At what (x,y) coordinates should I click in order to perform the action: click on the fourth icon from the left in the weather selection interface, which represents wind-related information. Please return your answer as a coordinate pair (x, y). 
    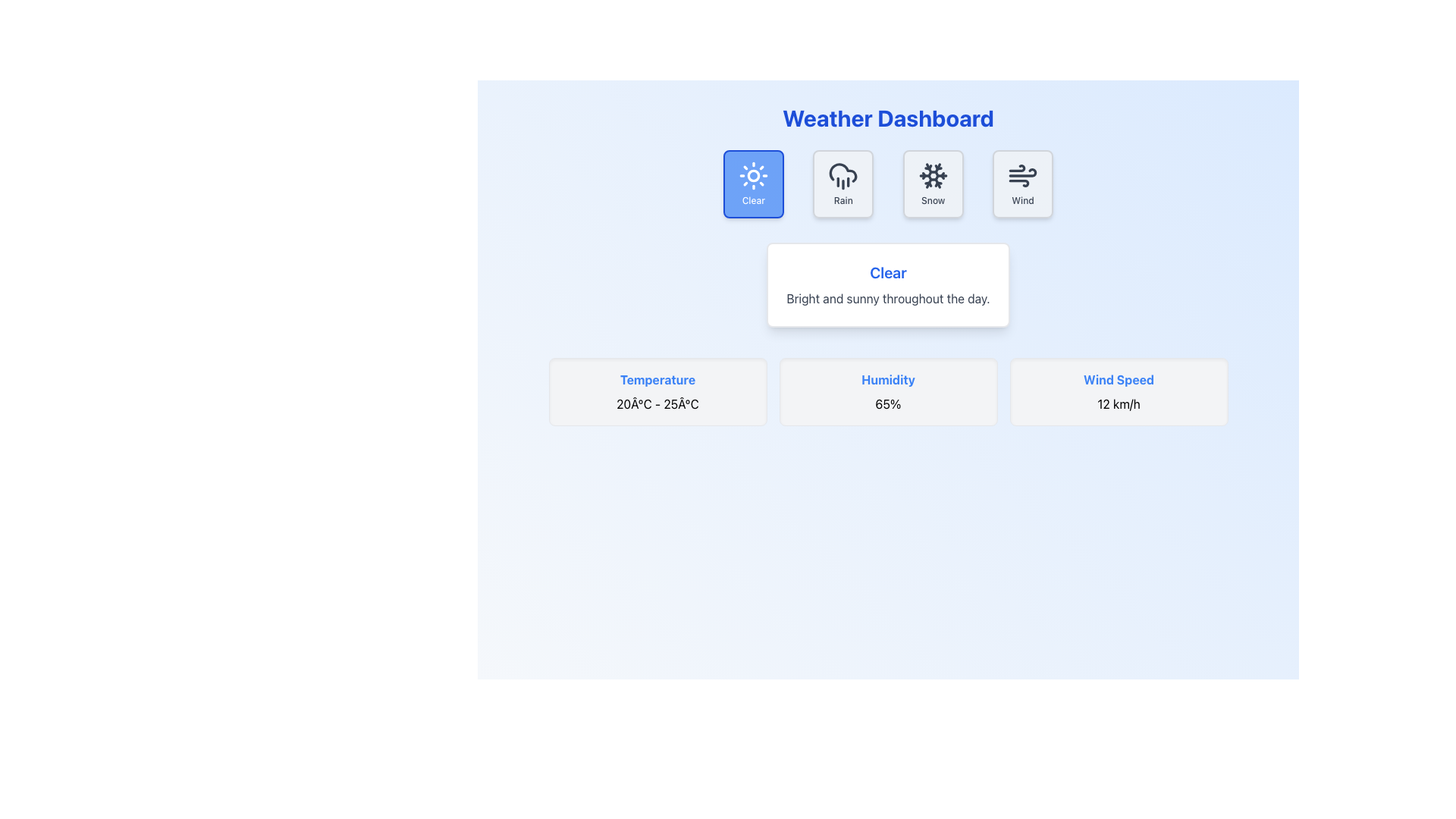
    Looking at the image, I should click on (1022, 174).